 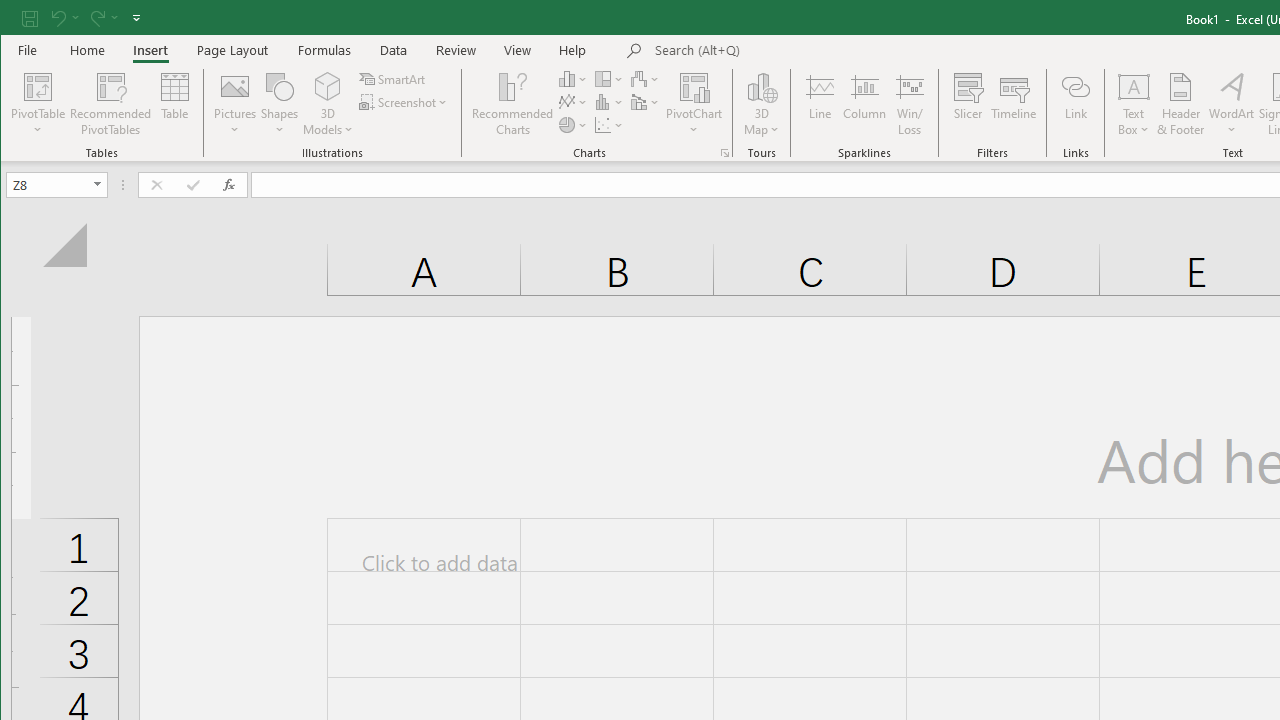 What do you see at coordinates (404, 102) in the screenshot?
I see `'Screenshot'` at bounding box center [404, 102].